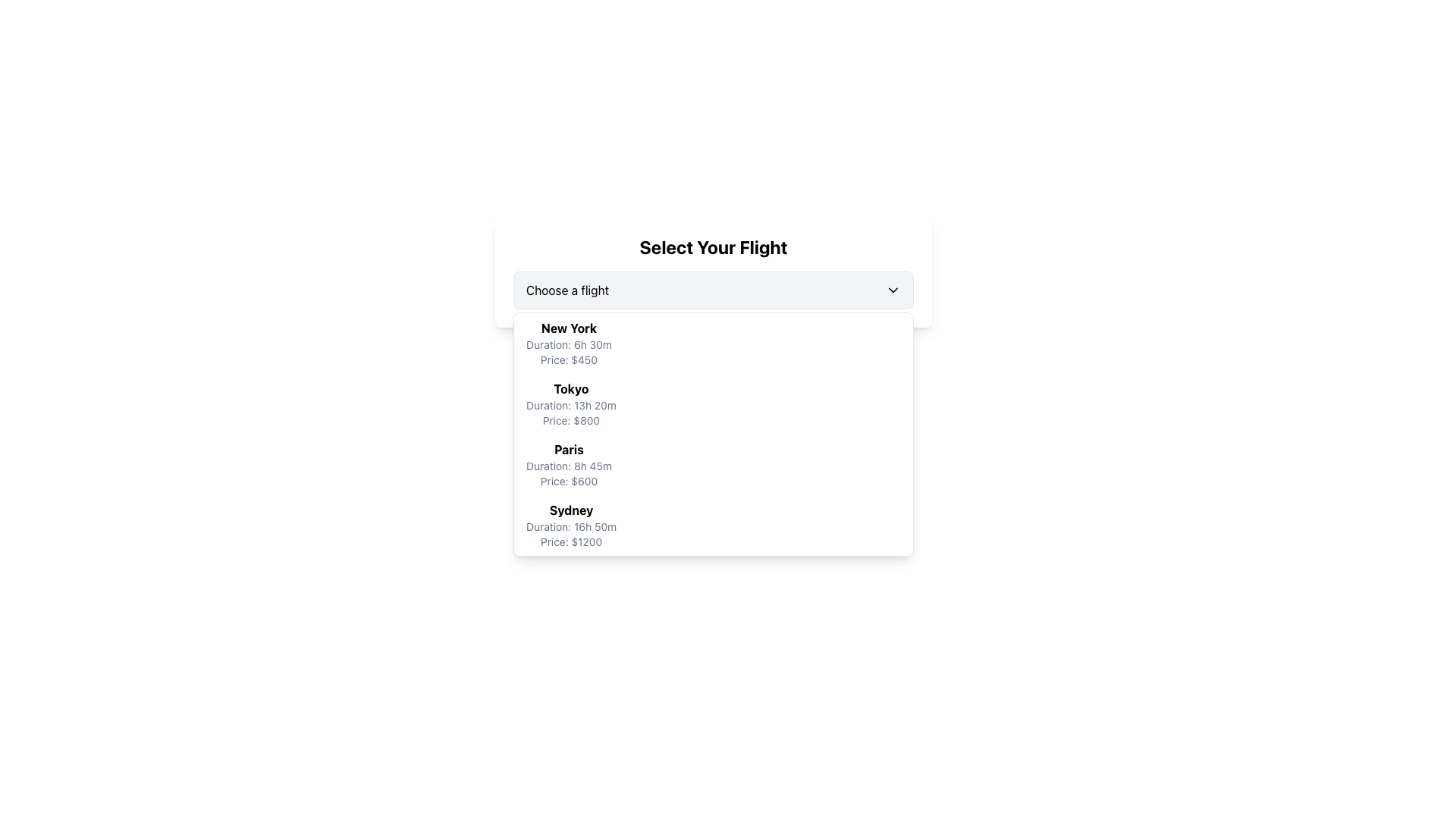  I want to click on the last dropdown item labeled 'Sydney', so click(712, 525).